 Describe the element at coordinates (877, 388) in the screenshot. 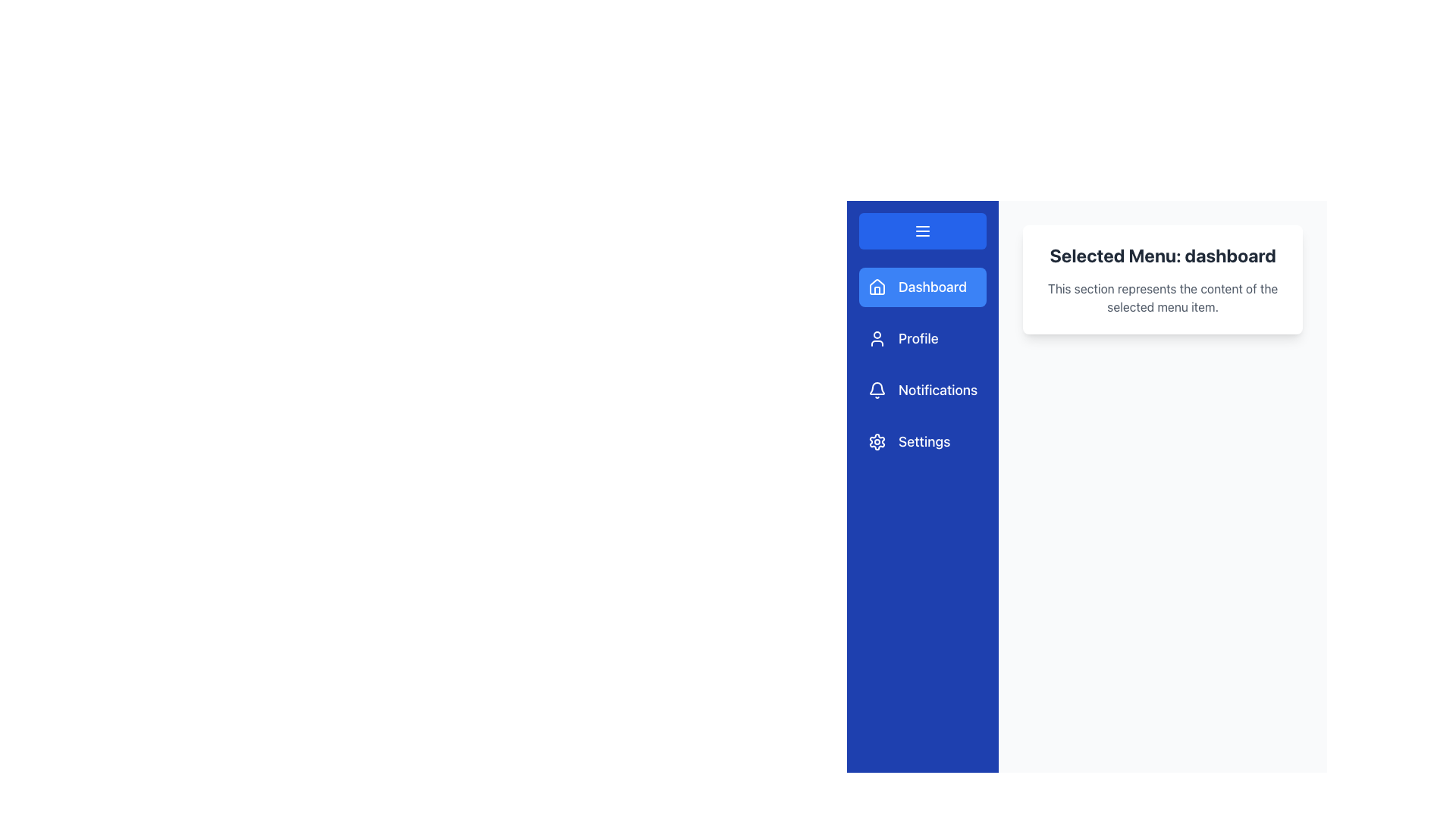

I see `the notification icon, which is a bell icon located in the blue sidebar near the 'Notifications' label` at that location.